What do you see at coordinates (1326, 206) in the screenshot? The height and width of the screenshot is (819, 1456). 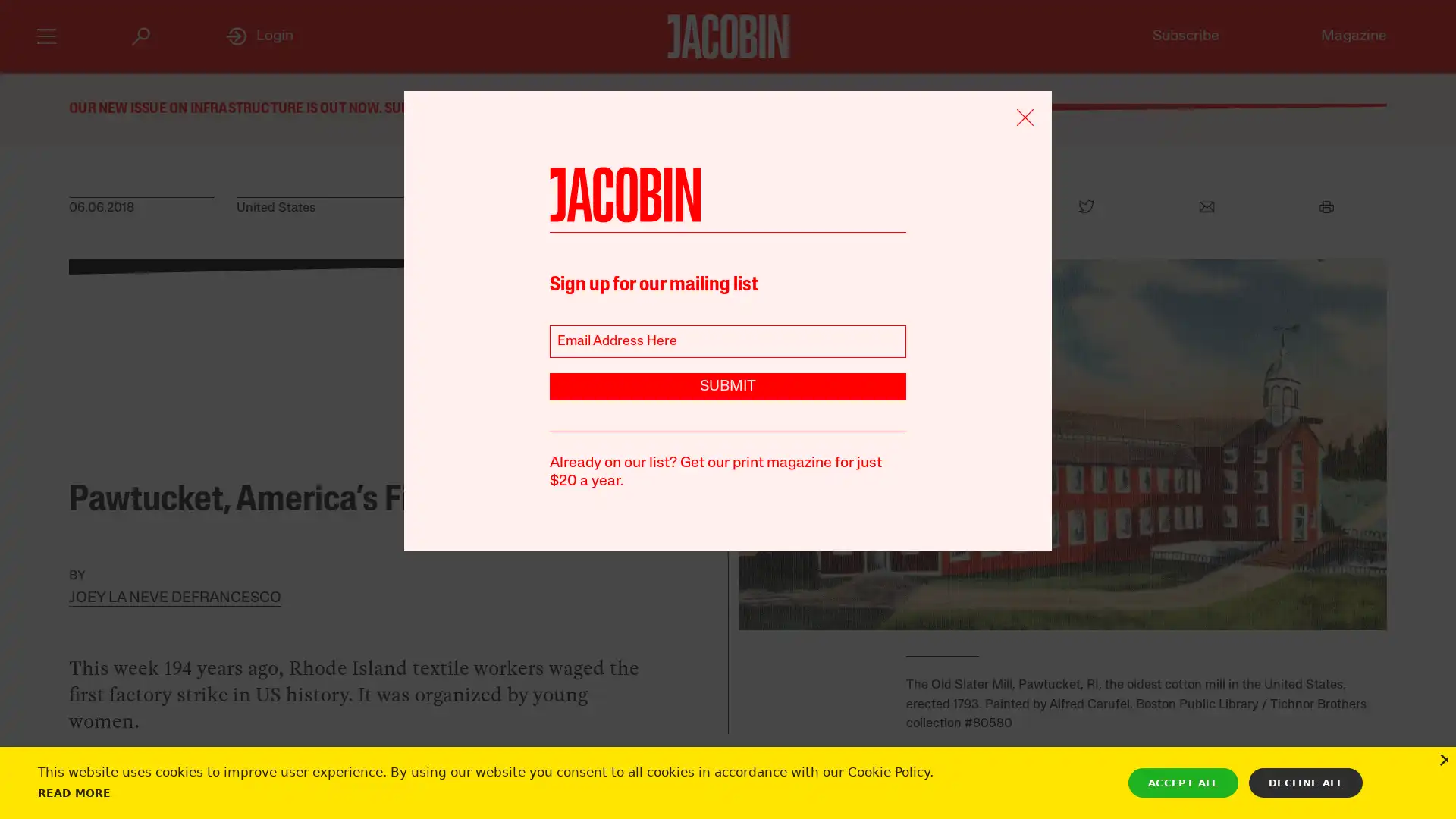 I see `Print Icon` at bounding box center [1326, 206].